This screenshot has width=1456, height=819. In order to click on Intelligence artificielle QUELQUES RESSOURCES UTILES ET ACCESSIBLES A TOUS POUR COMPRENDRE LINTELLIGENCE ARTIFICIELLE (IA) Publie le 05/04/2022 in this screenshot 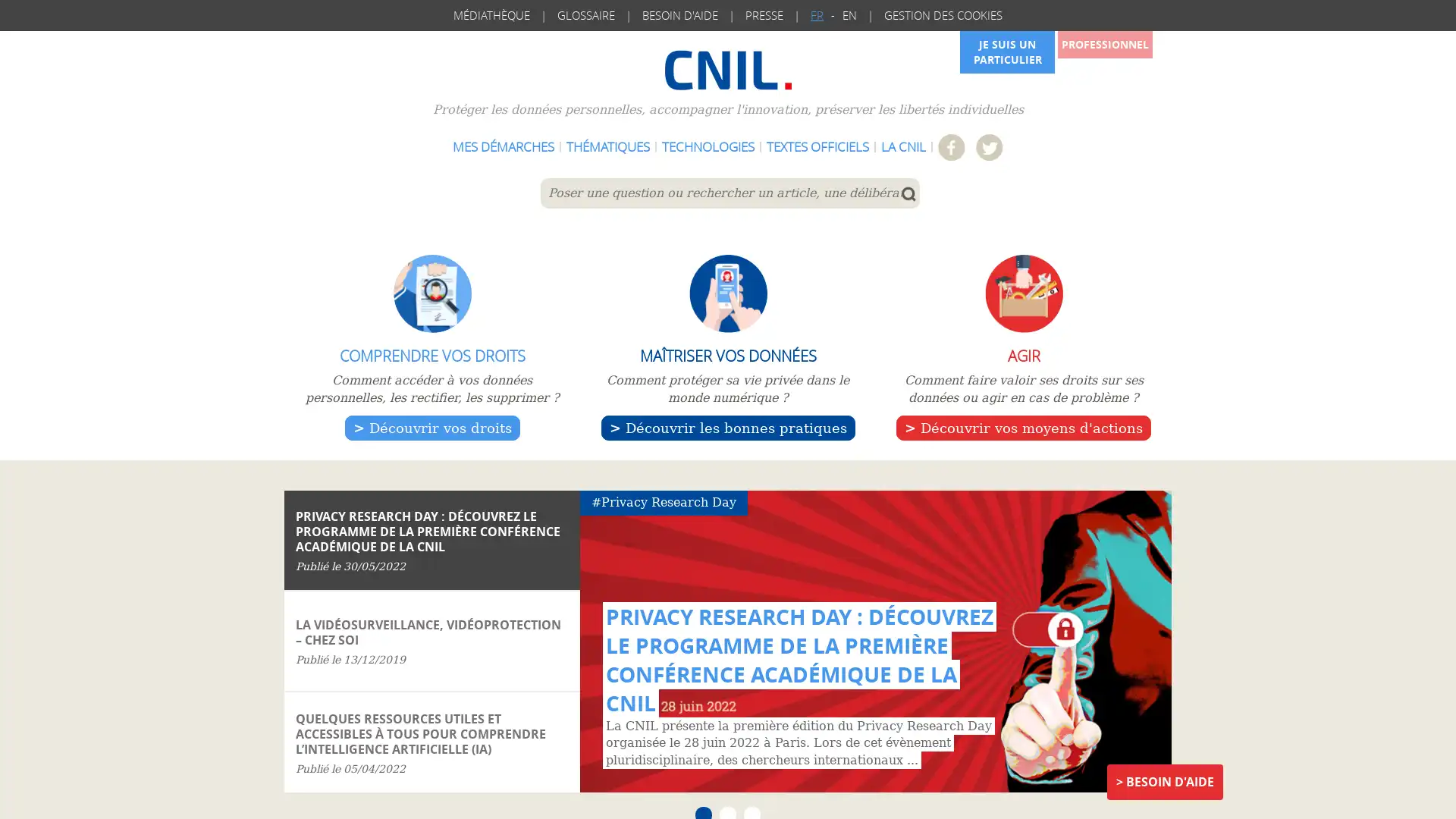, I will do `click(431, 741)`.